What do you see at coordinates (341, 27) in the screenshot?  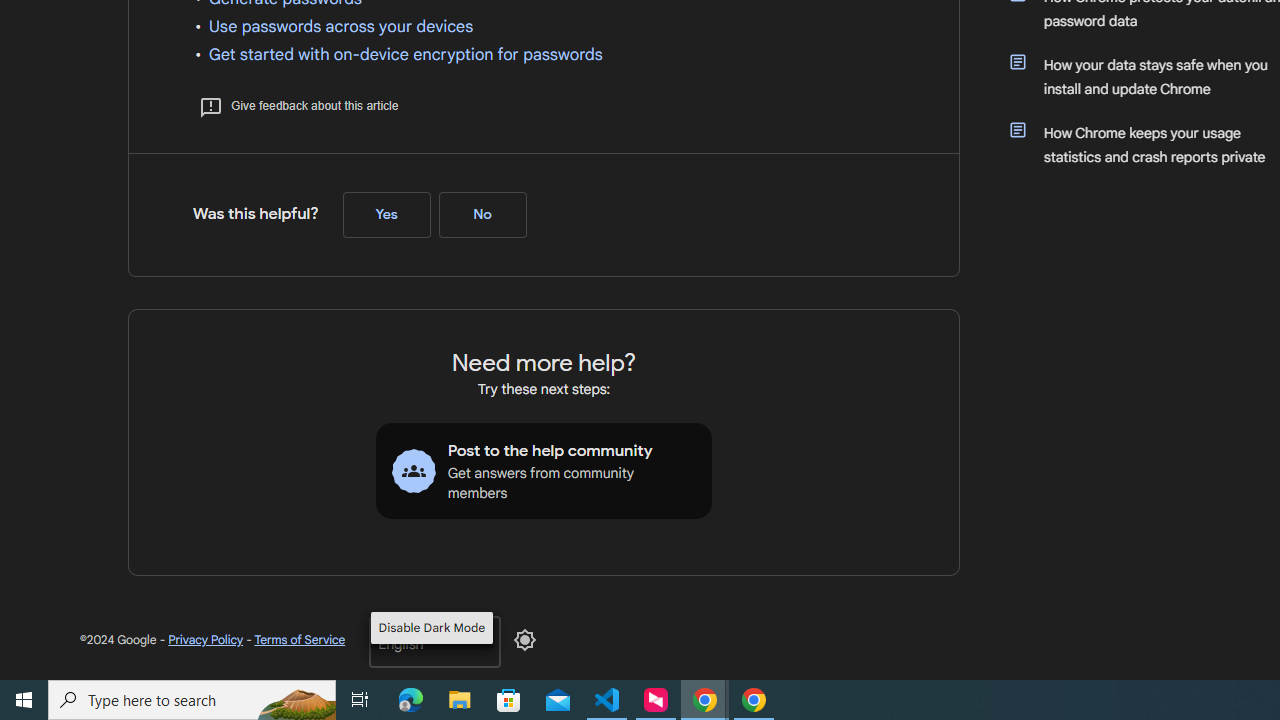 I see `'Use passwords across your devices'` at bounding box center [341, 27].